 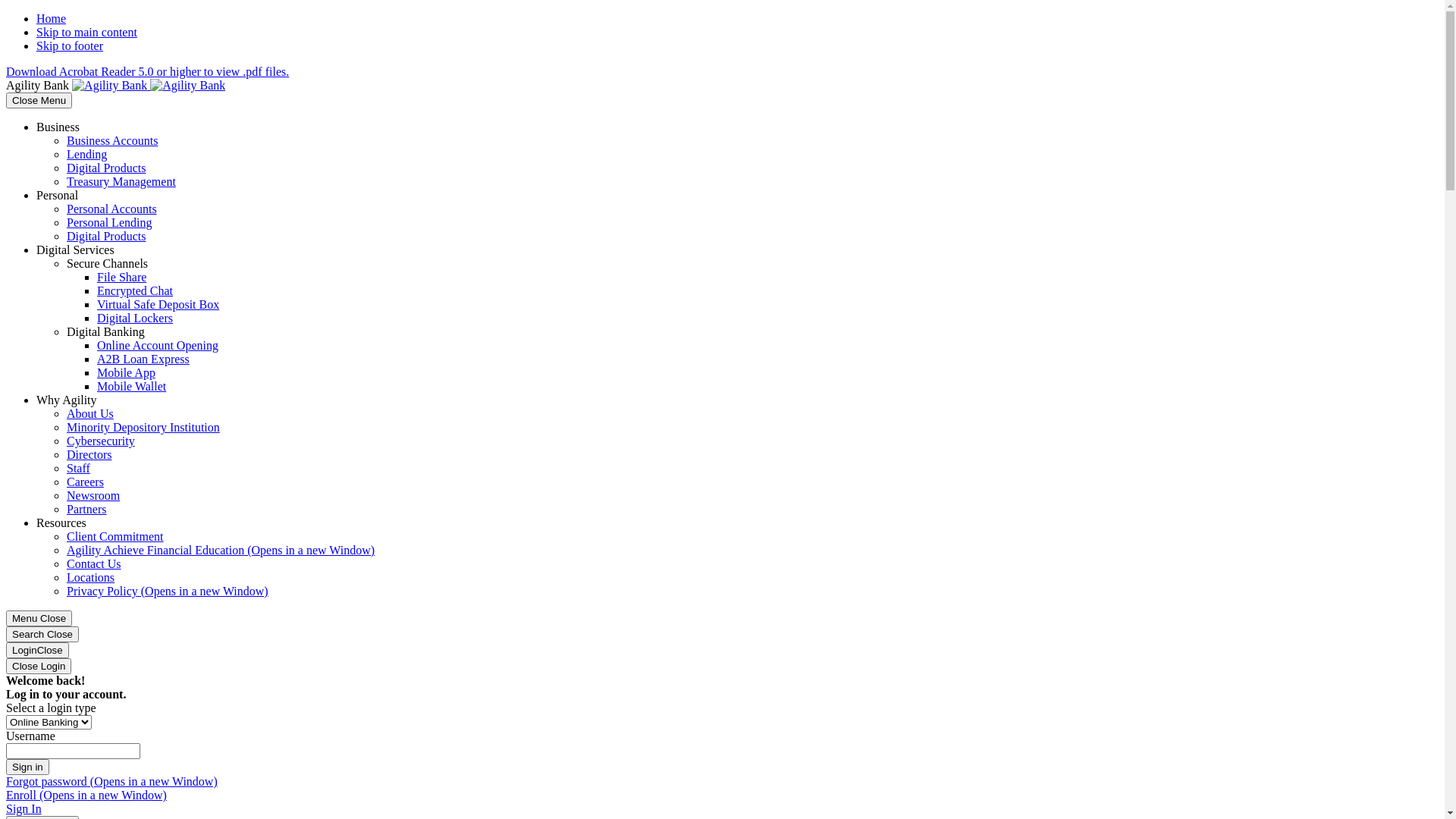 I want to click on 'Treasury Management', so click(x=120, y=180).